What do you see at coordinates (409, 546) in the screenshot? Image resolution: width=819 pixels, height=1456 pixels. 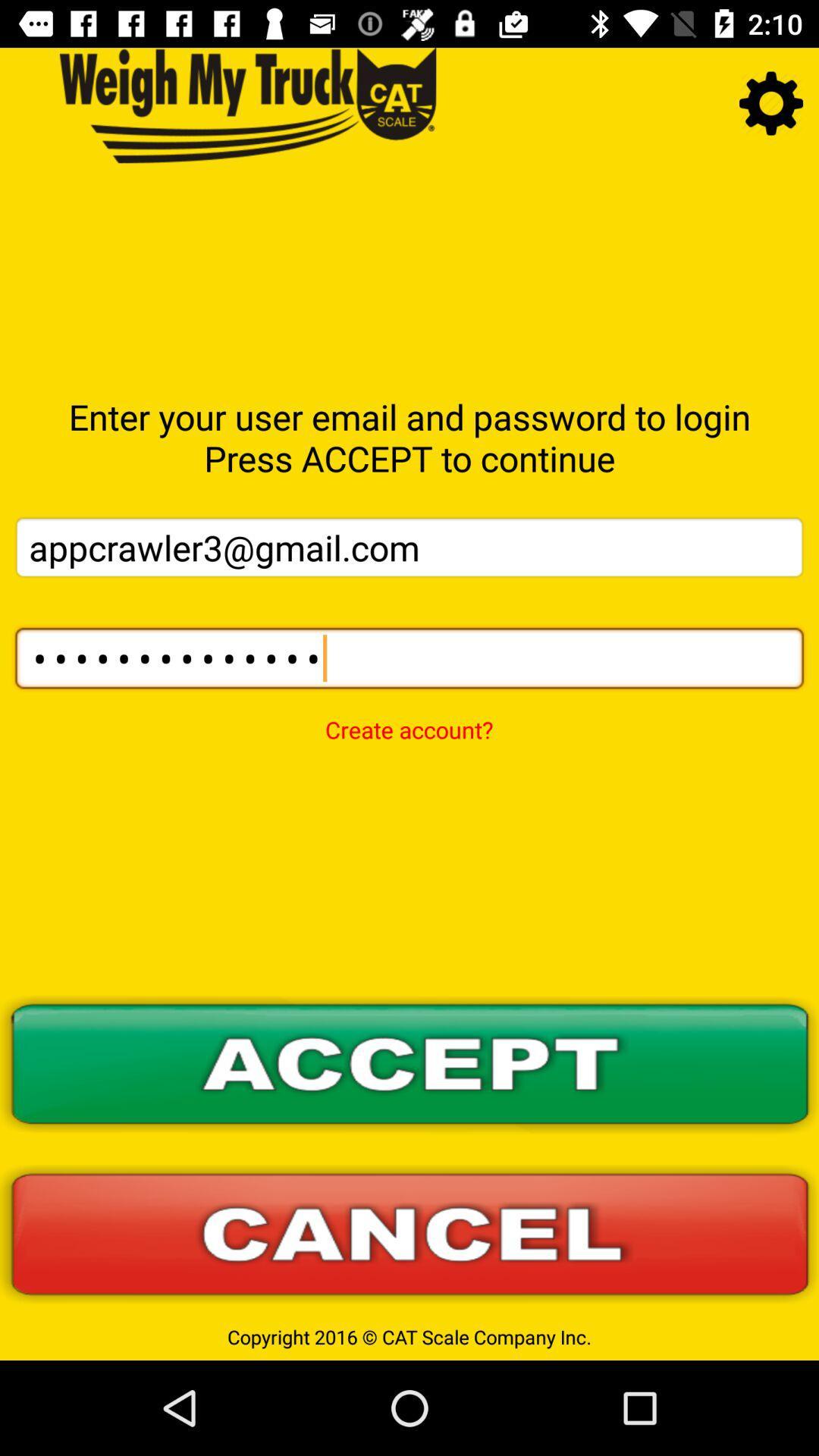 I see `the item above the appcrawler3116` at bounding box center [409, 546].